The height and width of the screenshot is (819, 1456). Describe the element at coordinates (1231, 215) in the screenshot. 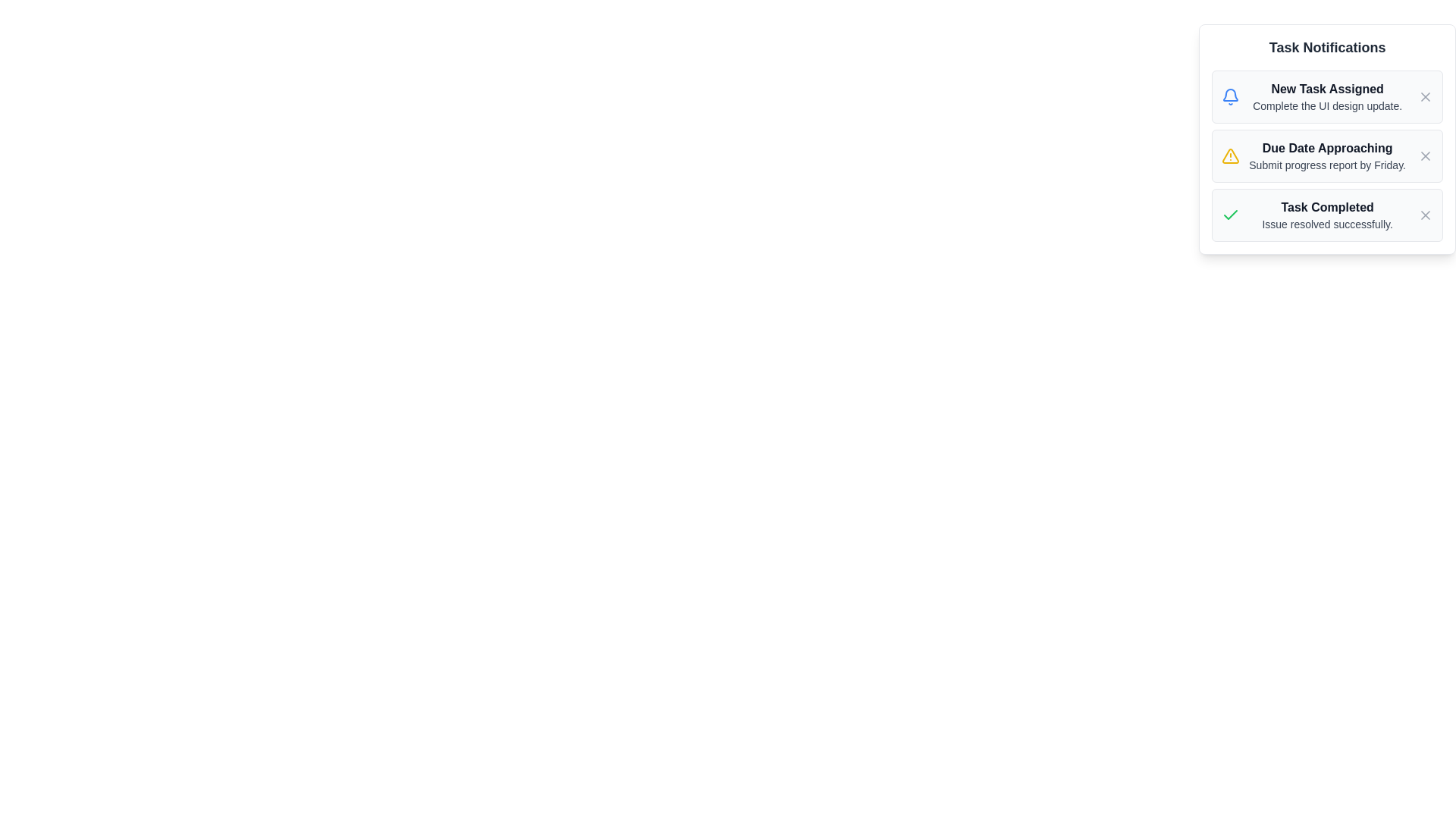

I see `the visual status of the checkmark icon indicating successful completion in the notification panel titled 'Task Completed'` at that location.